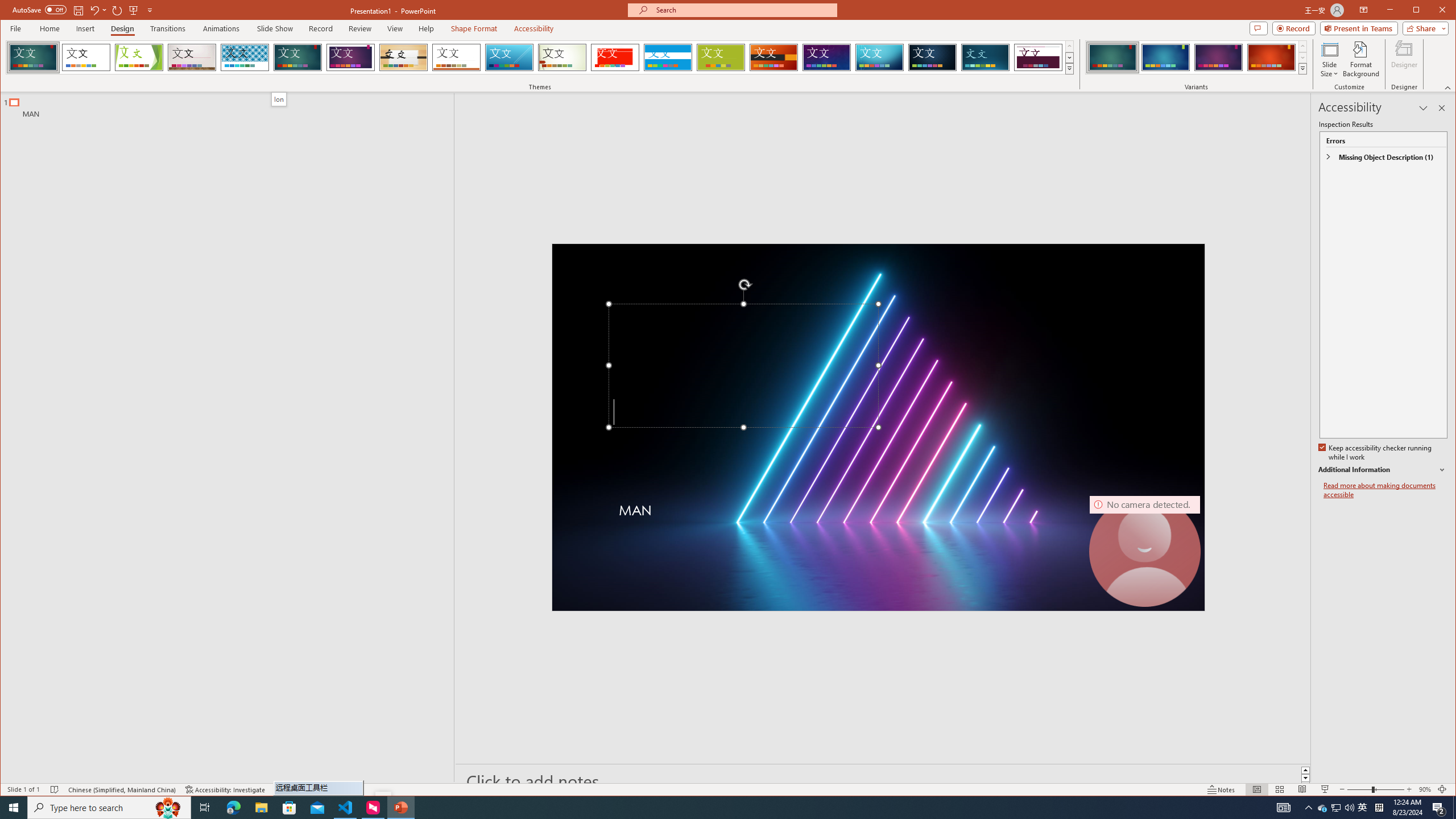  Describe the element at coordinates (1379, 806) in the screenshot. I see `'Tray Input Indicator - Chinese (Simplified, China)'` at that location.